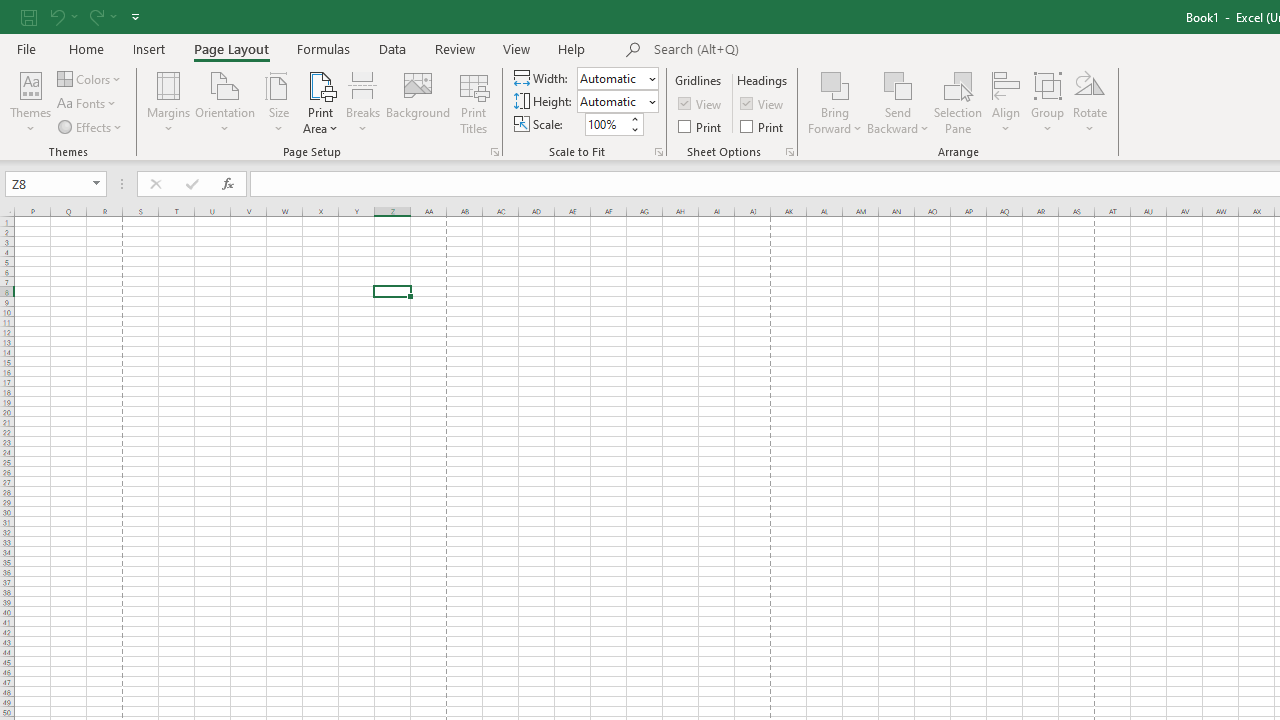 This screenshot has width=1280, height=720. I want to click on 'Background...', so click(417, 103).